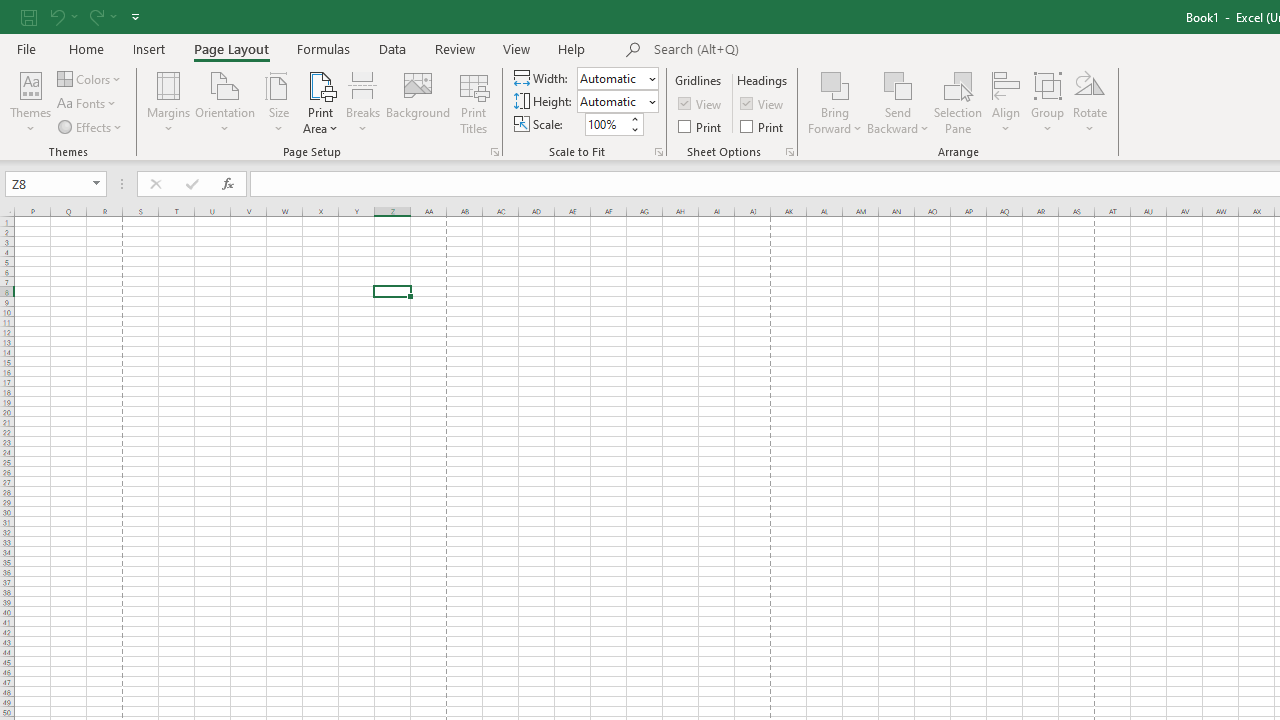 This screenshot has width=1280, height=720. I want to click on 'Background...', so click(417, 103).